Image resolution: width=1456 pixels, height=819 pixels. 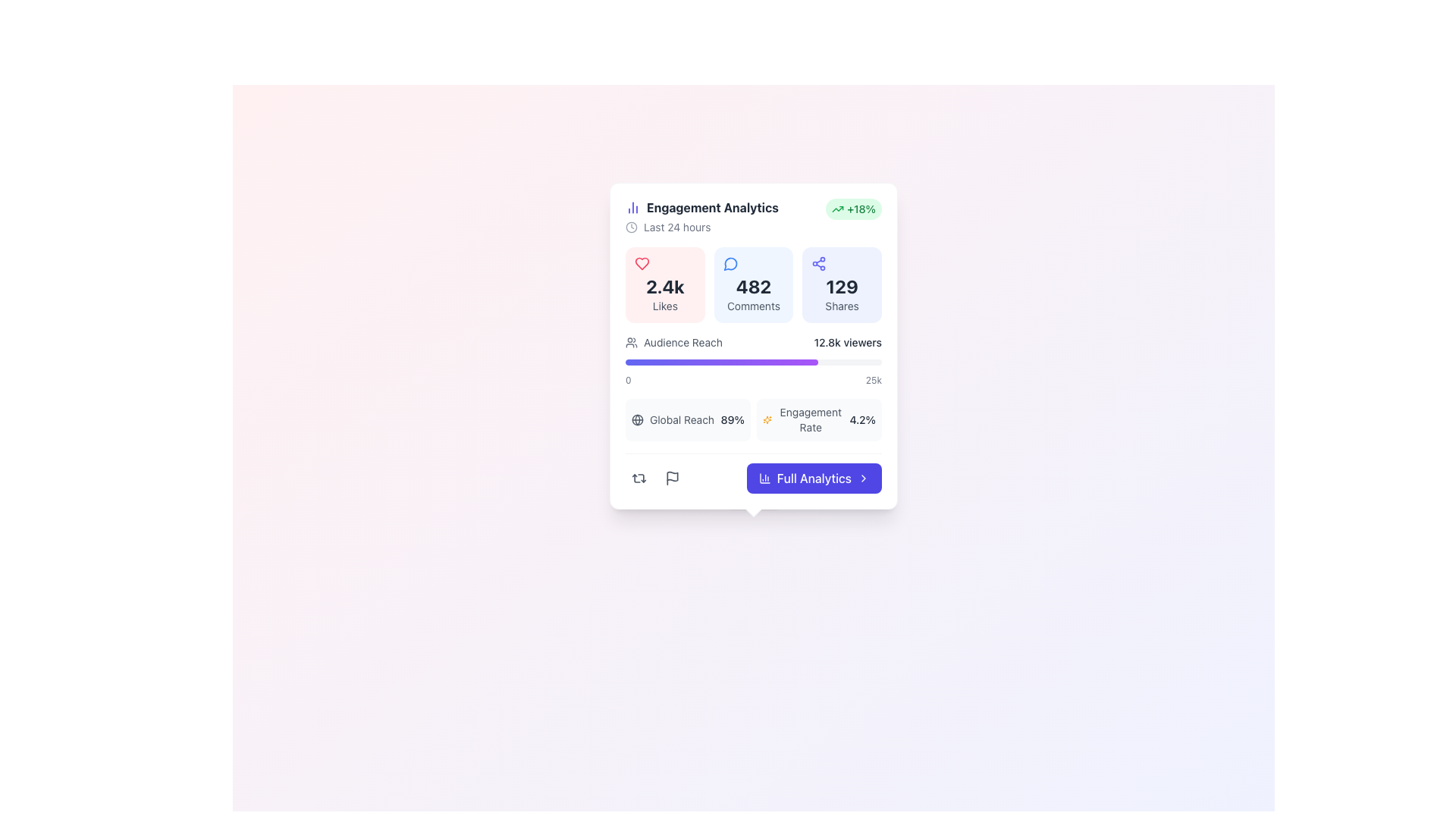 I want to click on displayed statistics from the Statistical display box with a light pink background, containing '2.4k Likes' and a heart icon, so click(x=665, y=284).